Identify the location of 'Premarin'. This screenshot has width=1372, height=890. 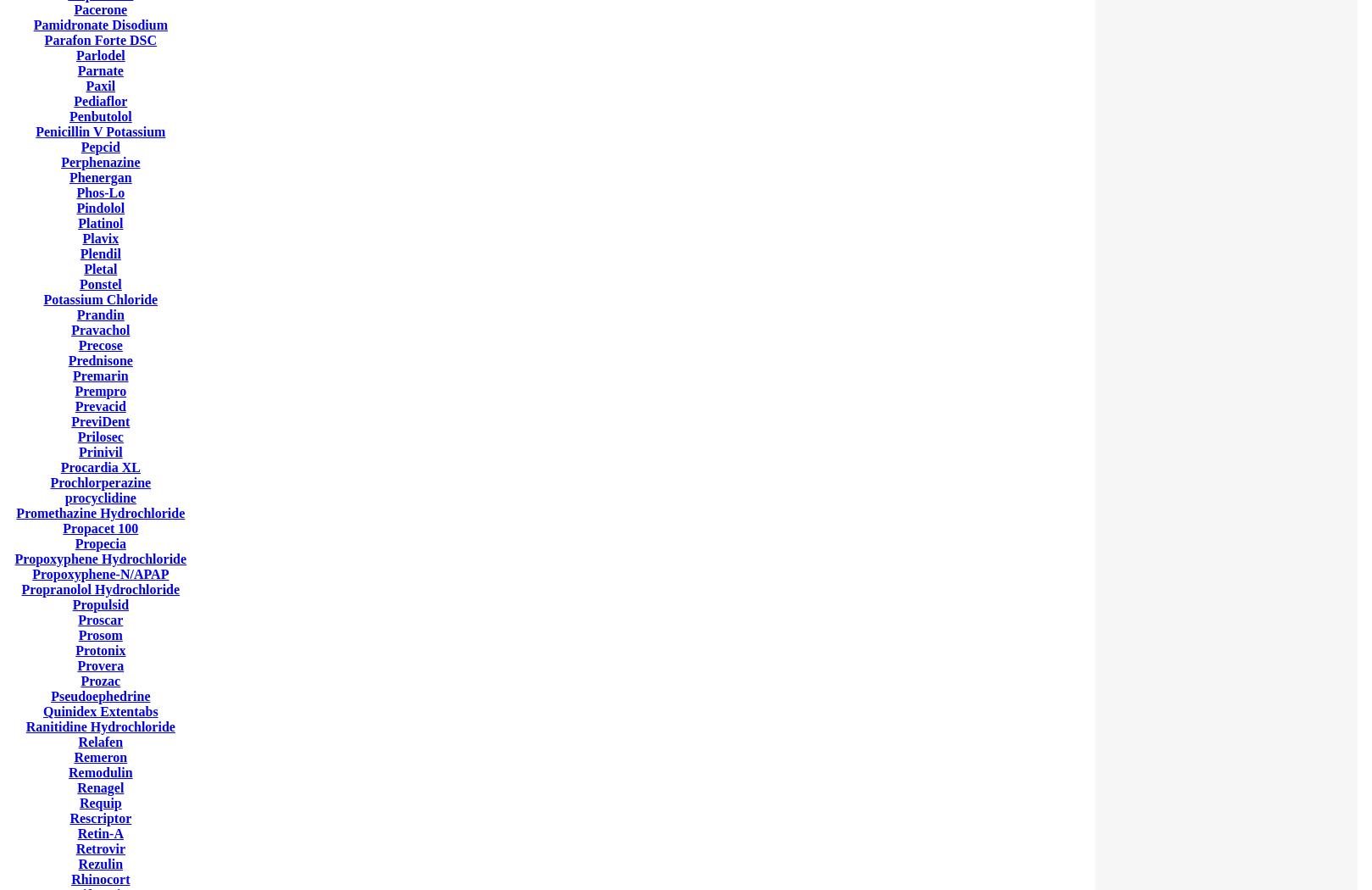
(100, 375).